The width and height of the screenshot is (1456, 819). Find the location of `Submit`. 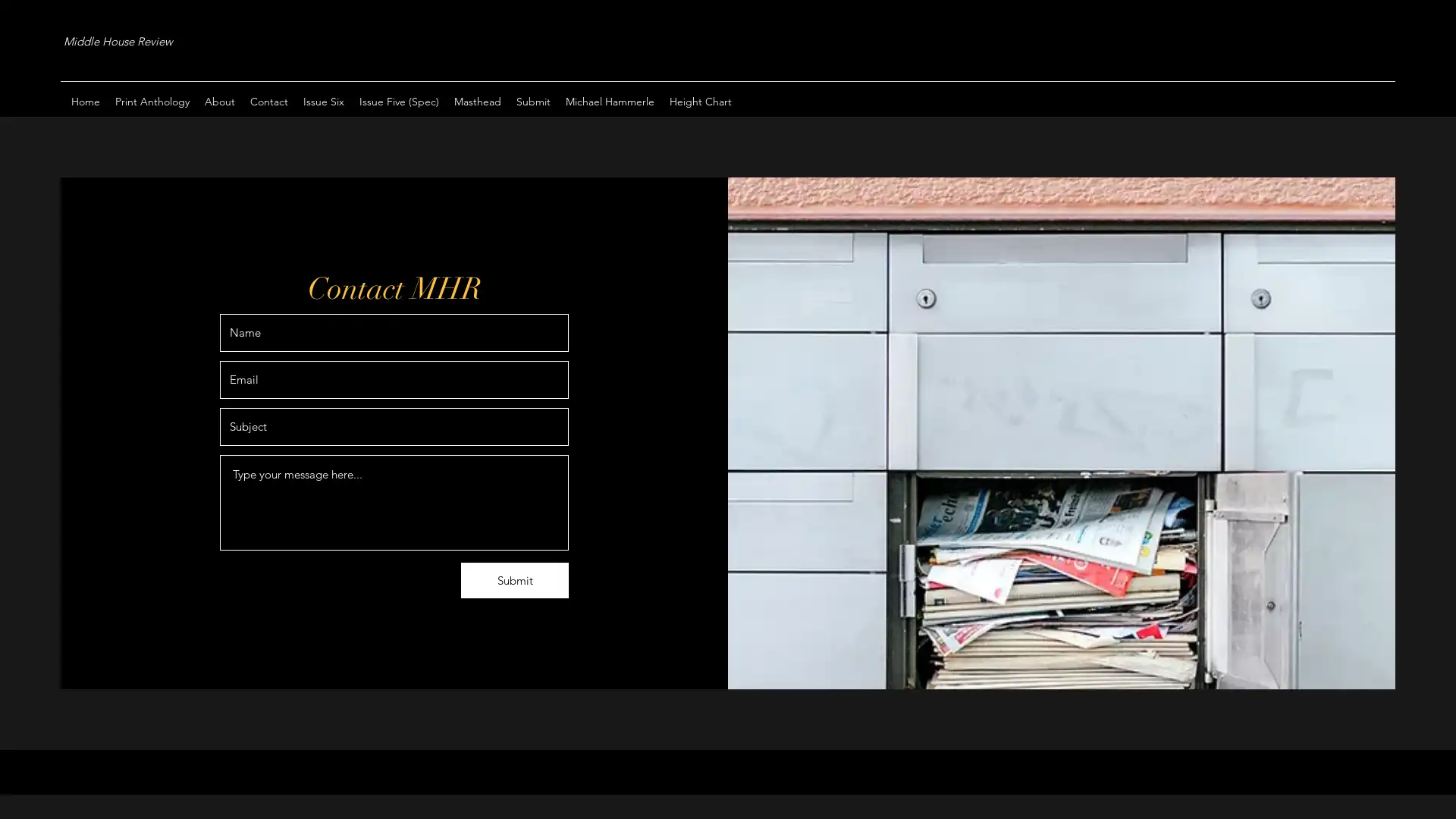

Submit is located at coordinates (514, 580).